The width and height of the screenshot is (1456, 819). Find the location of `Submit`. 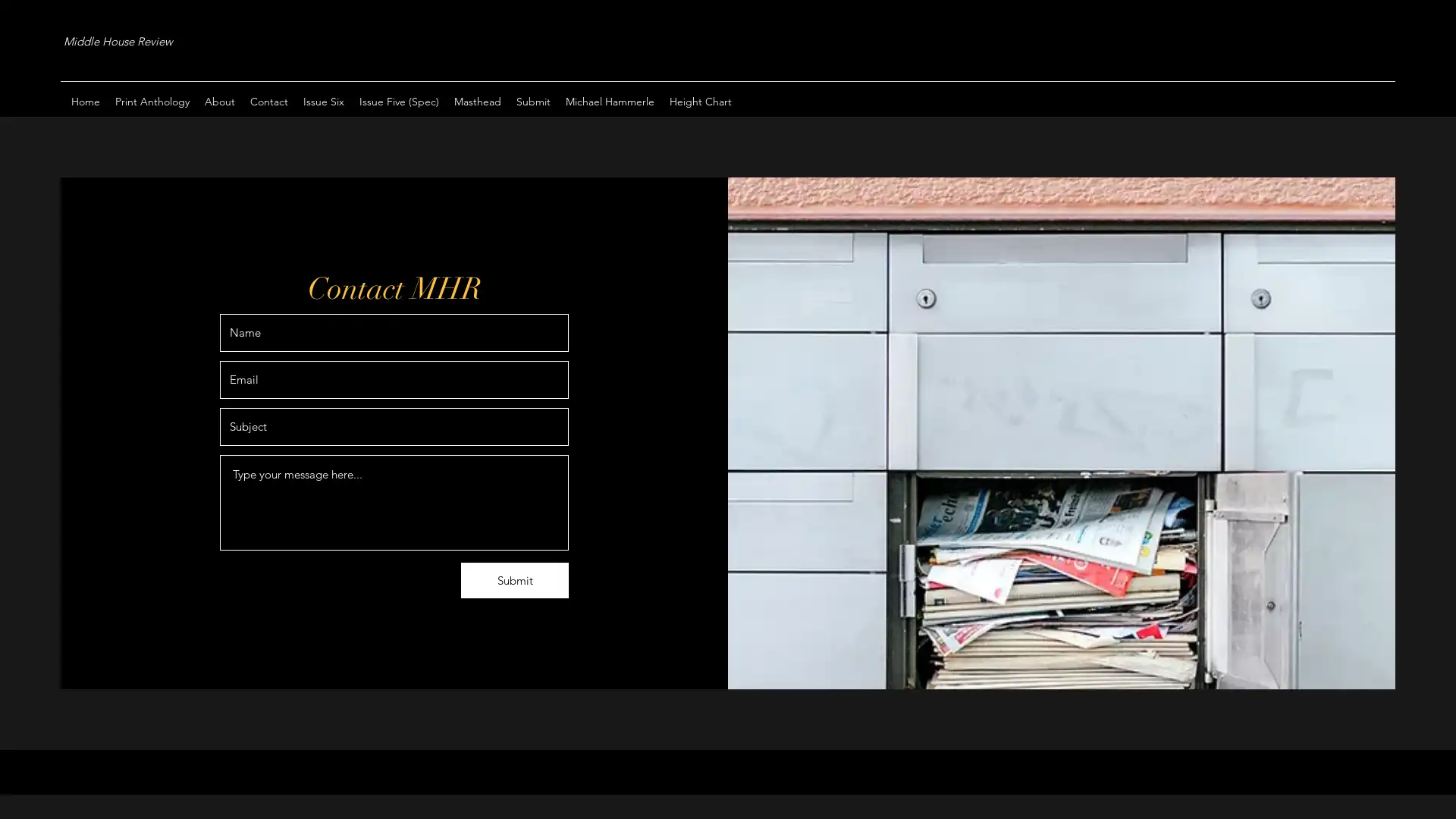

Submit is located at coordinates (514, 580).